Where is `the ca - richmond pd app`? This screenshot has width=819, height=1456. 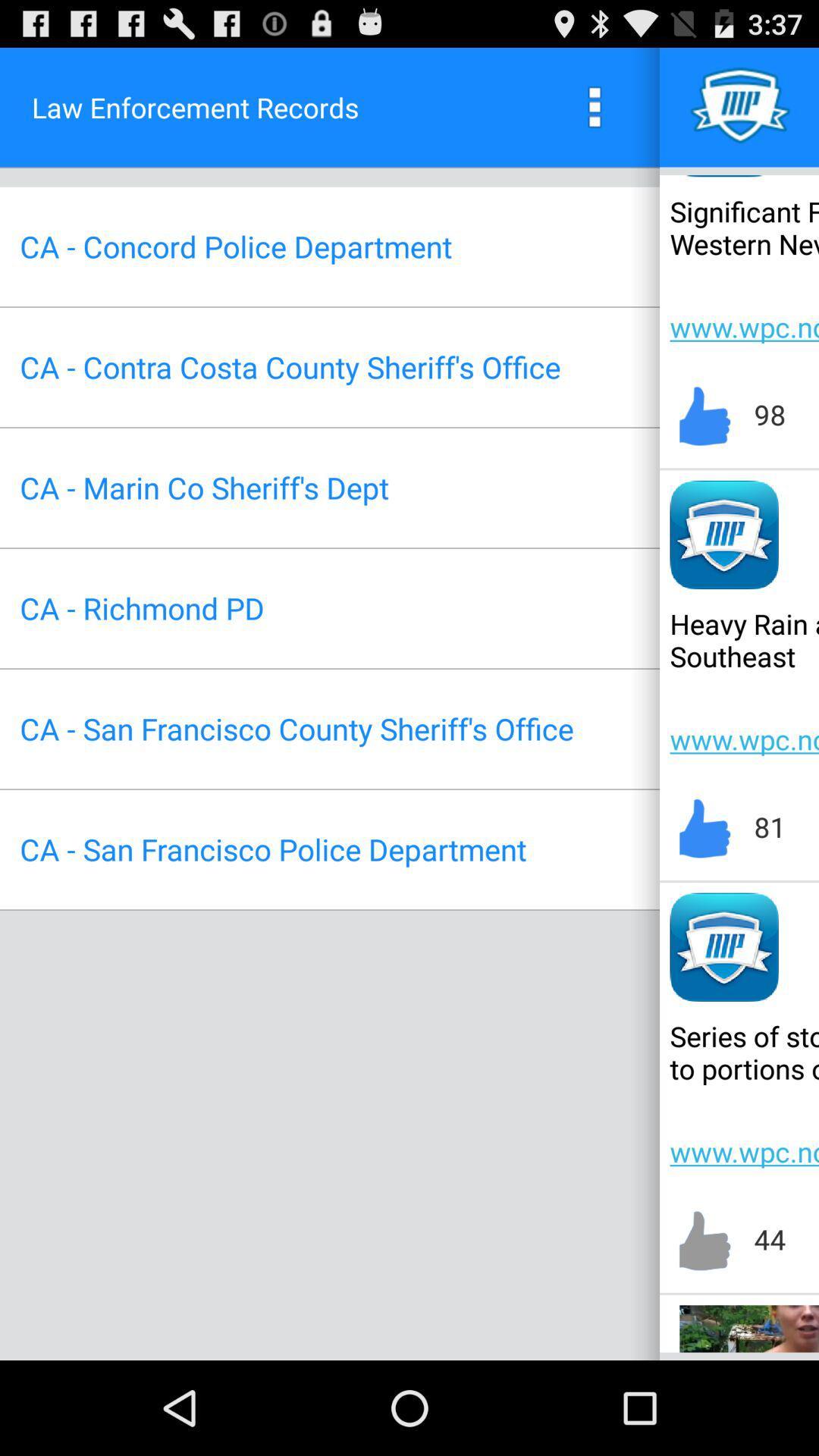
the ca - richmond pd app is located at coordinates (142, 608).